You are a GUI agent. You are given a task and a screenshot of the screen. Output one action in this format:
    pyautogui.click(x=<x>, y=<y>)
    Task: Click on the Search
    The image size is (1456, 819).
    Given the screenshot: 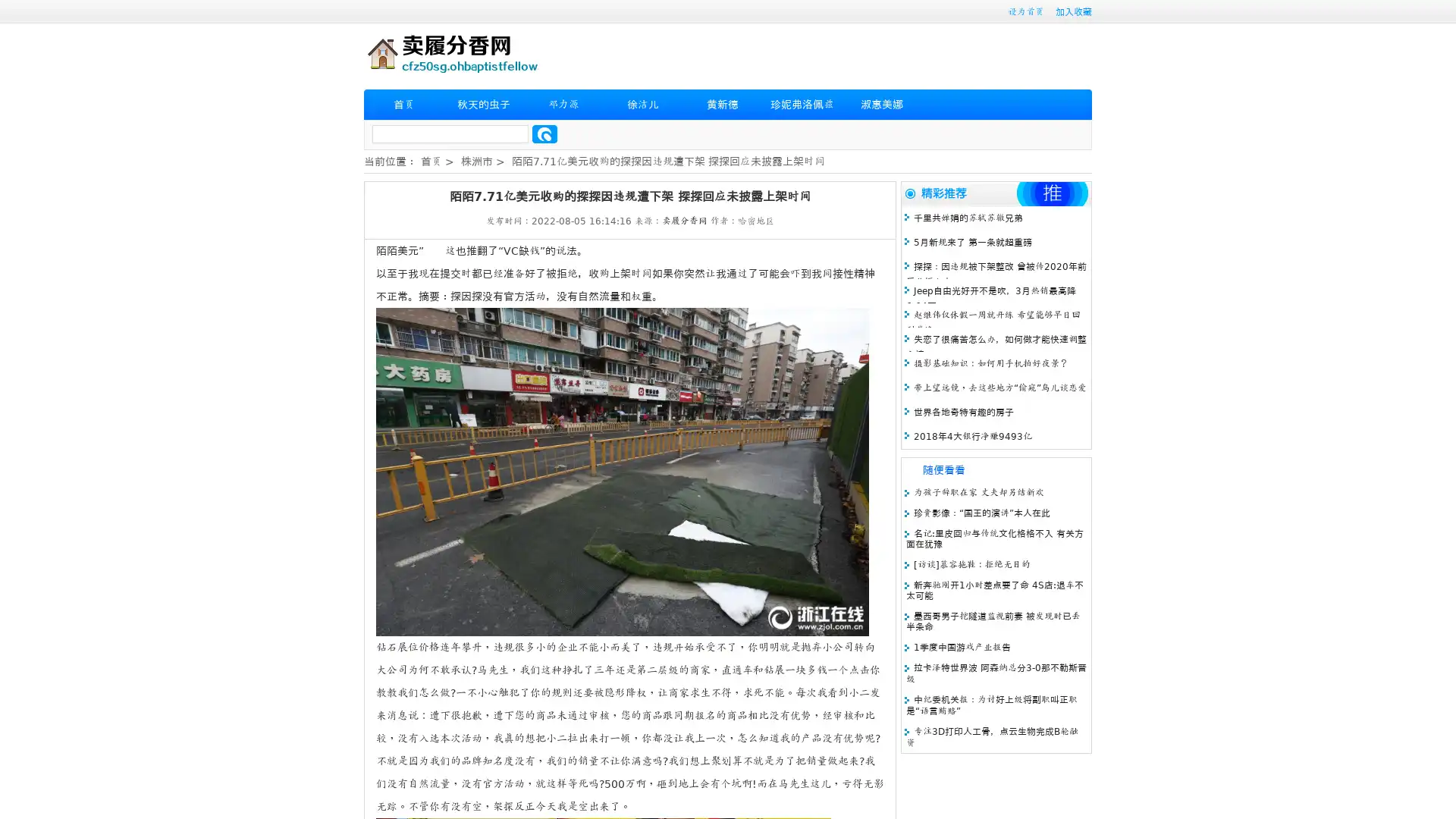 What is the action you would take?
    pyautogui.click(x=544, y=133)
    